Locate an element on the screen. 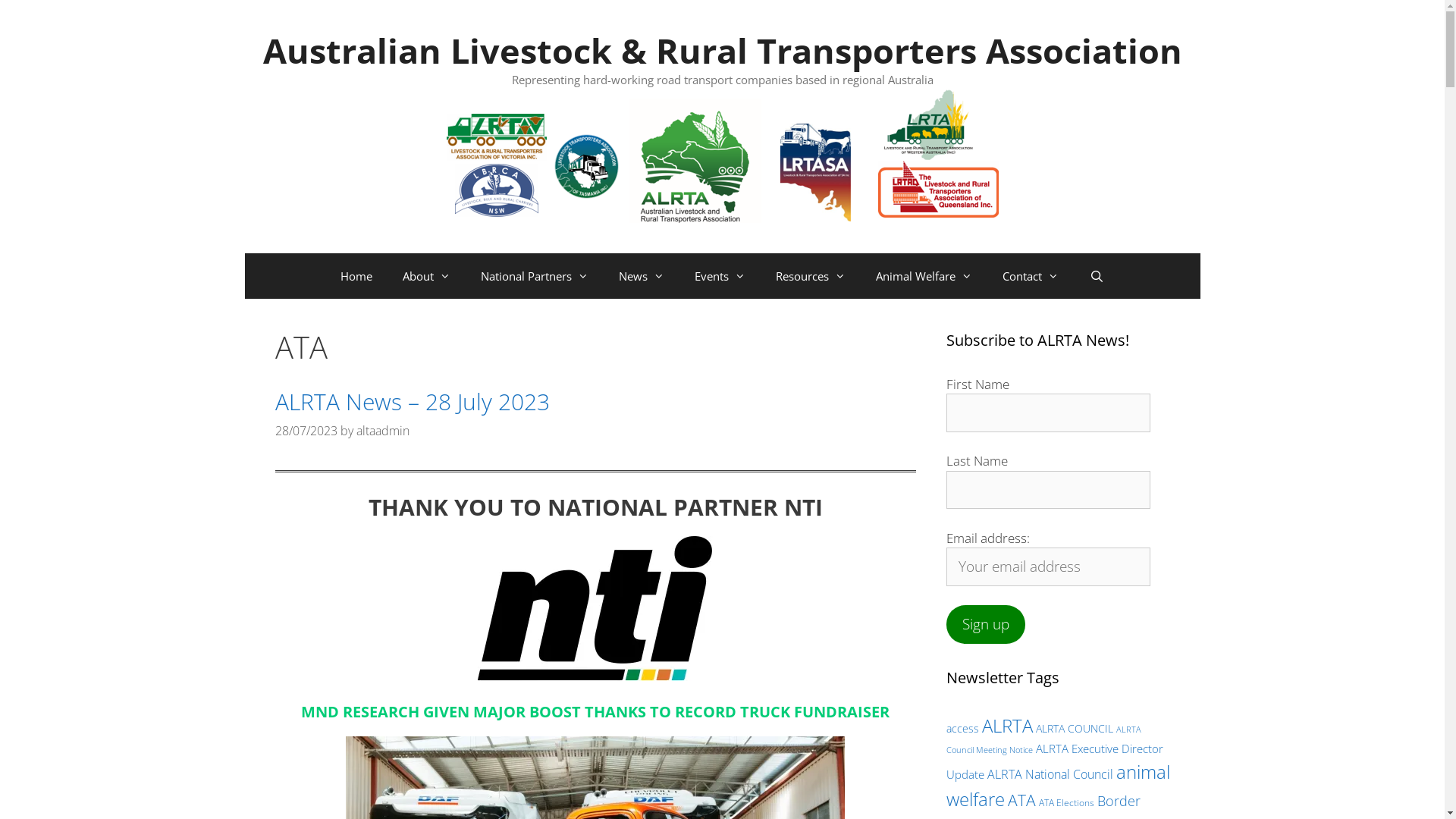 The image size is (1456, 819). 'ALRTA' is located at coordinates (1006, 724).